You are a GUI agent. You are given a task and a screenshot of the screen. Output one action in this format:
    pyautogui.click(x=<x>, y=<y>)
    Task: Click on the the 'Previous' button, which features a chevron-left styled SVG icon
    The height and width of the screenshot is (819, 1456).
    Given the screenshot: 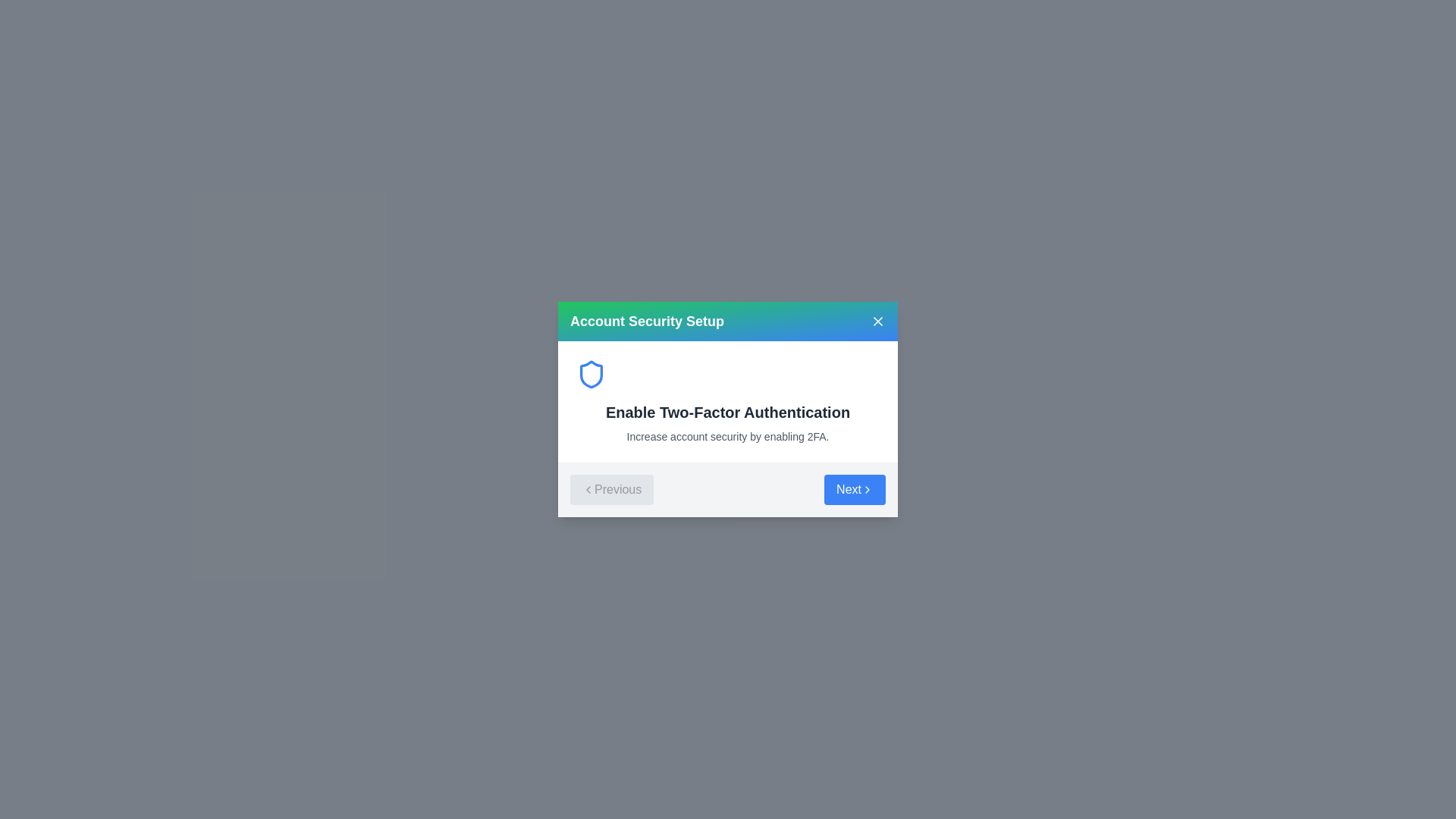 What is the action you would take?
    pyautogui.click(x=588, y=489)
    